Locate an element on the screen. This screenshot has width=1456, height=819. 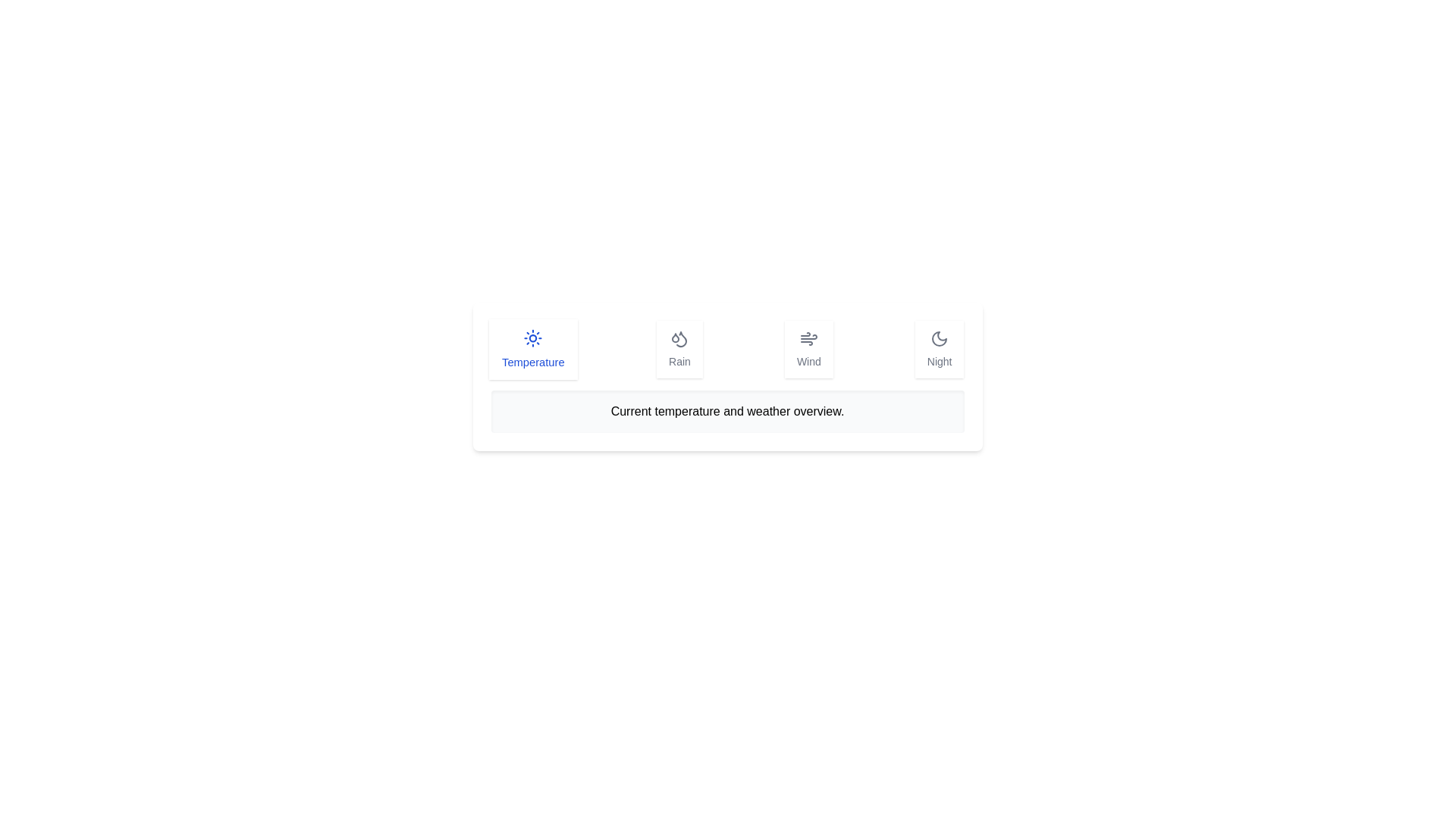
the 'Temperature' text label, which is styled with a medium font size and blue color, located centrally at the bottom of the leftmost card under the sun icon is located at coordinates (532, 362).